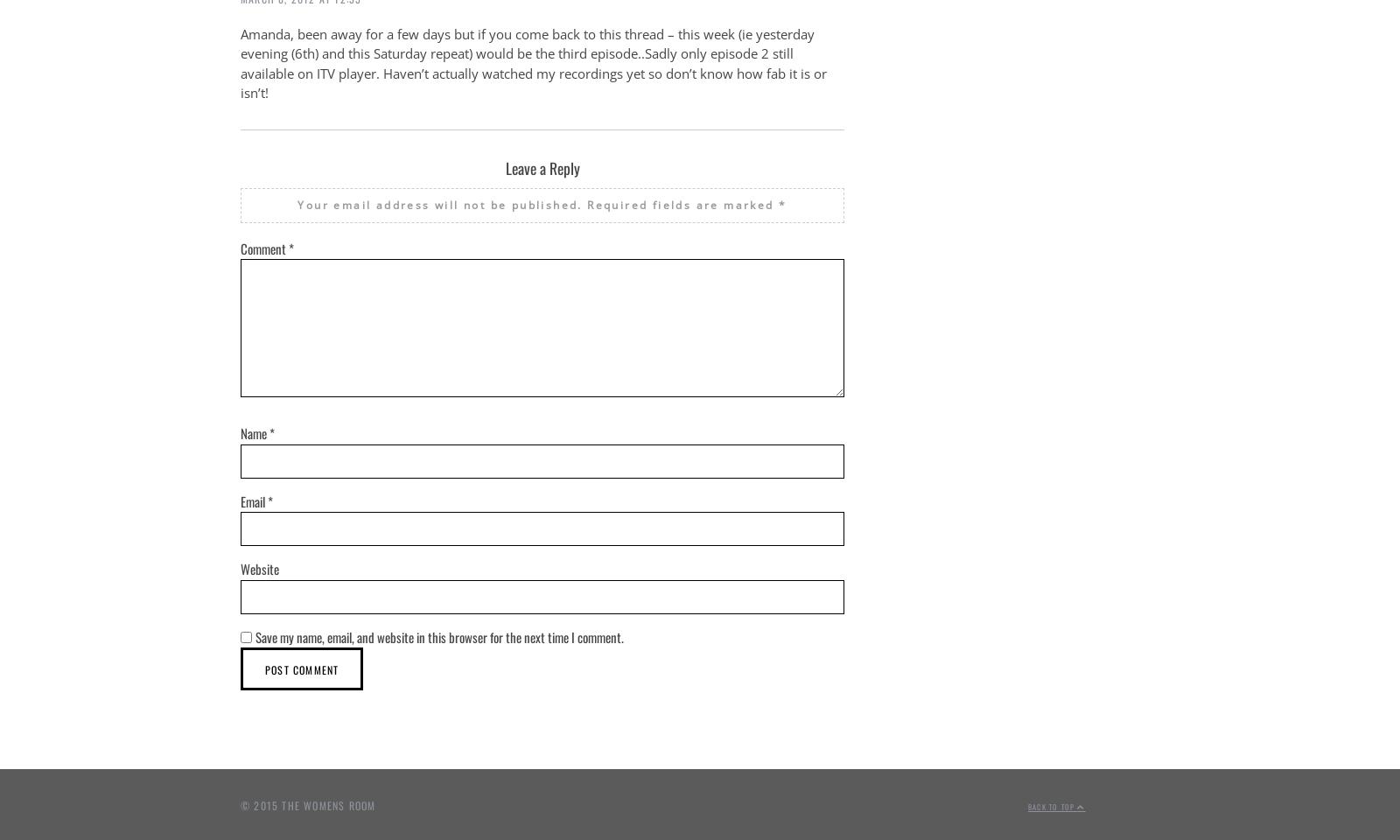 This screenshot has width=1400, height=840. I want to click on 'Required fields are marked', so click(682, 204).